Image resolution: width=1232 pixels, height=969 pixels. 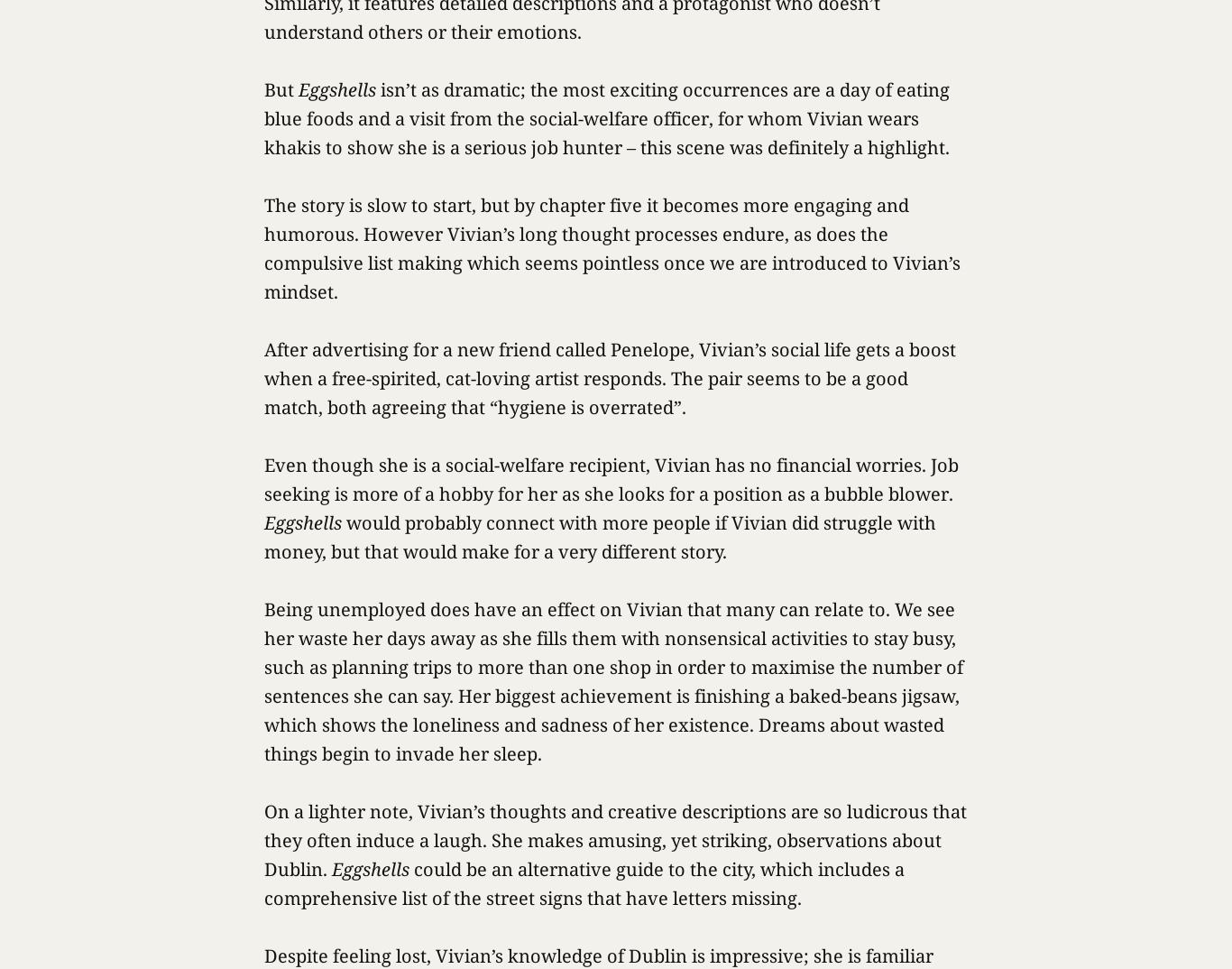 What do you see at coordinates (264, 840) in the screenshot?
I see `'On a lighter note, Vivian’s thoughts and creative descriptions are so ludicrous that they often induce a laugh. She makes amusing, yet striking, observations about Dublin.'` at bounding box center [264, 840].